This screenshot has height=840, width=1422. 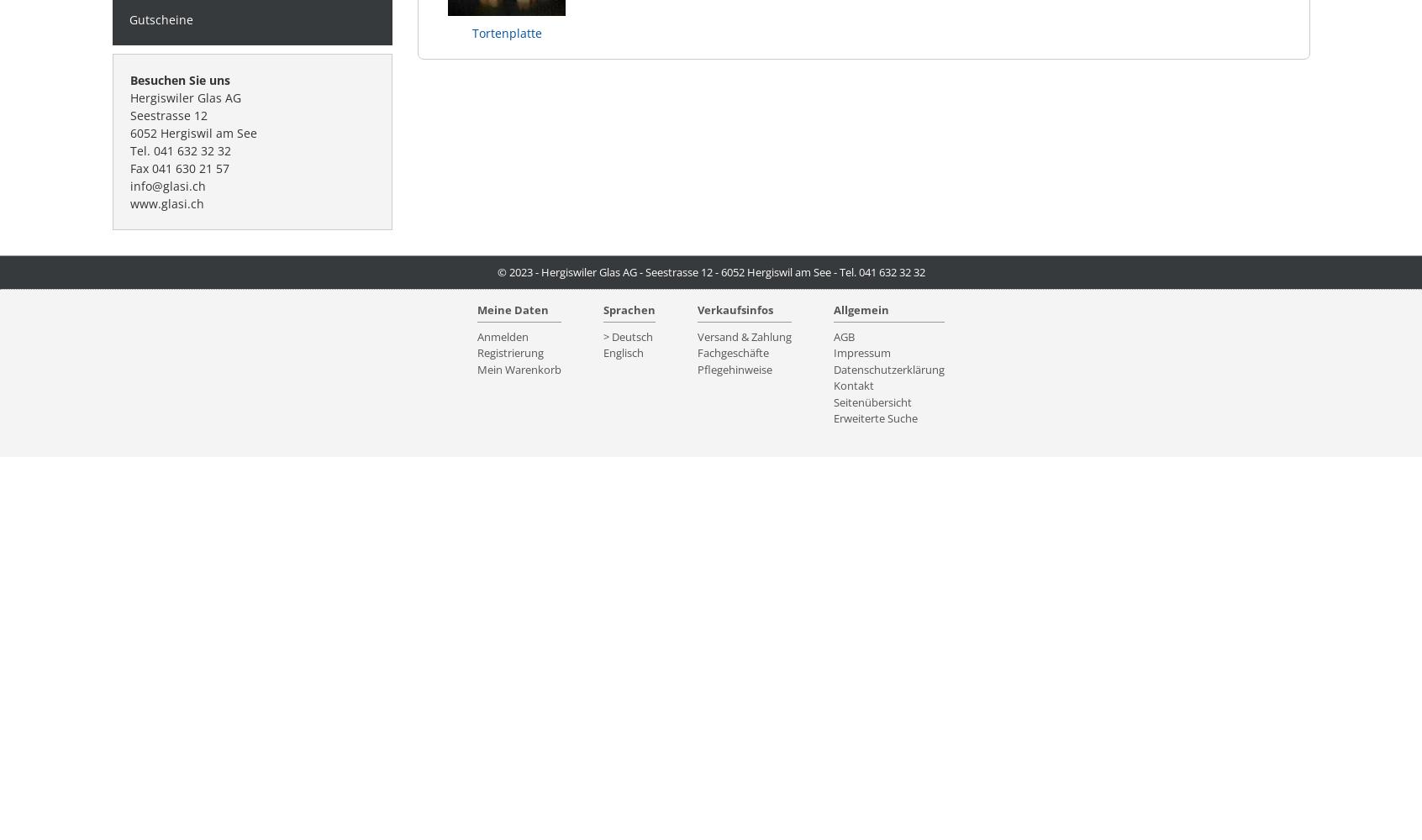 I want to click on 'Fachgeschäfte', so click(x=732, y=353).